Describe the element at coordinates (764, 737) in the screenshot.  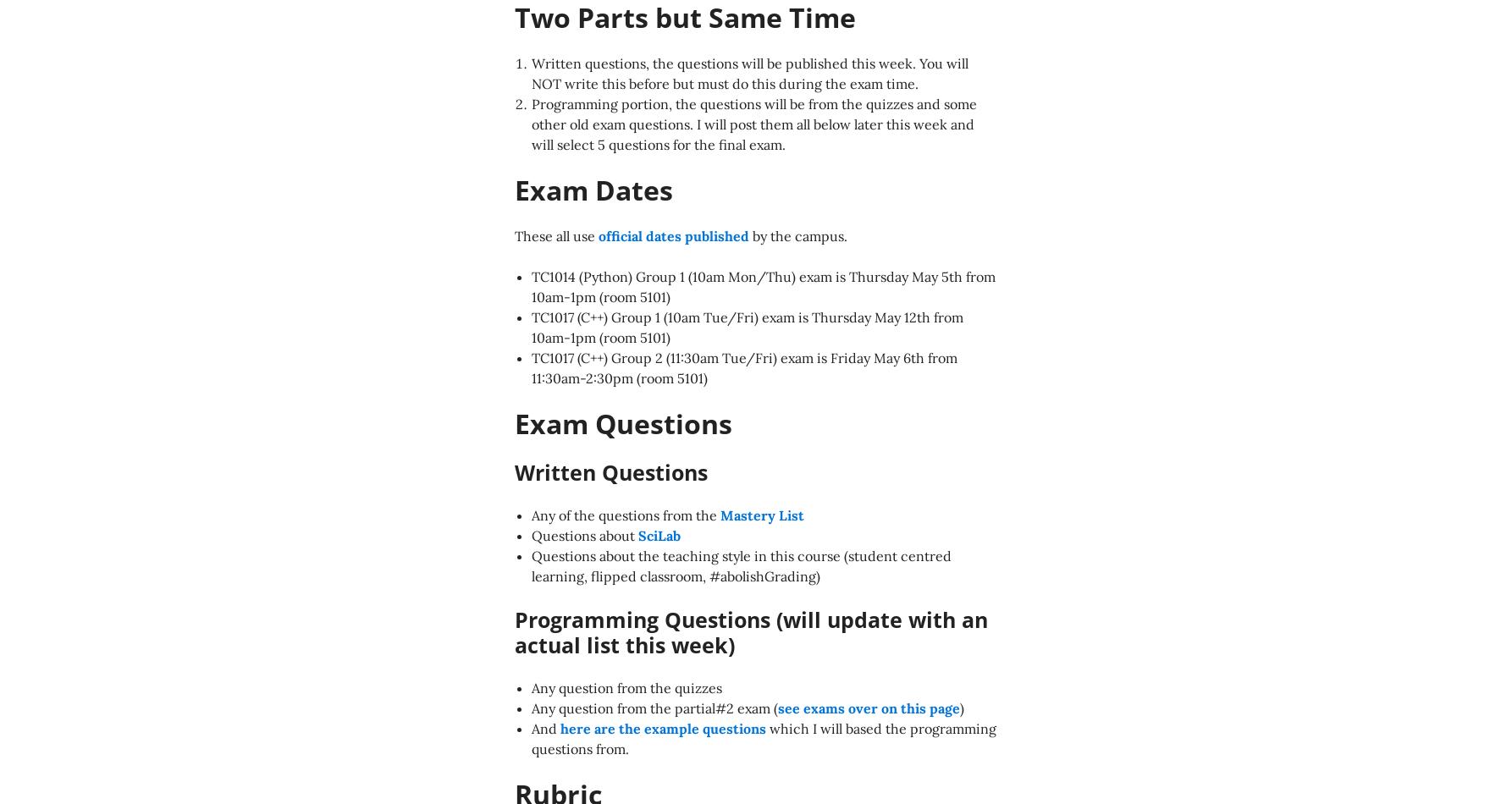
I see `'which I will based the programming questions from.'` at that location.